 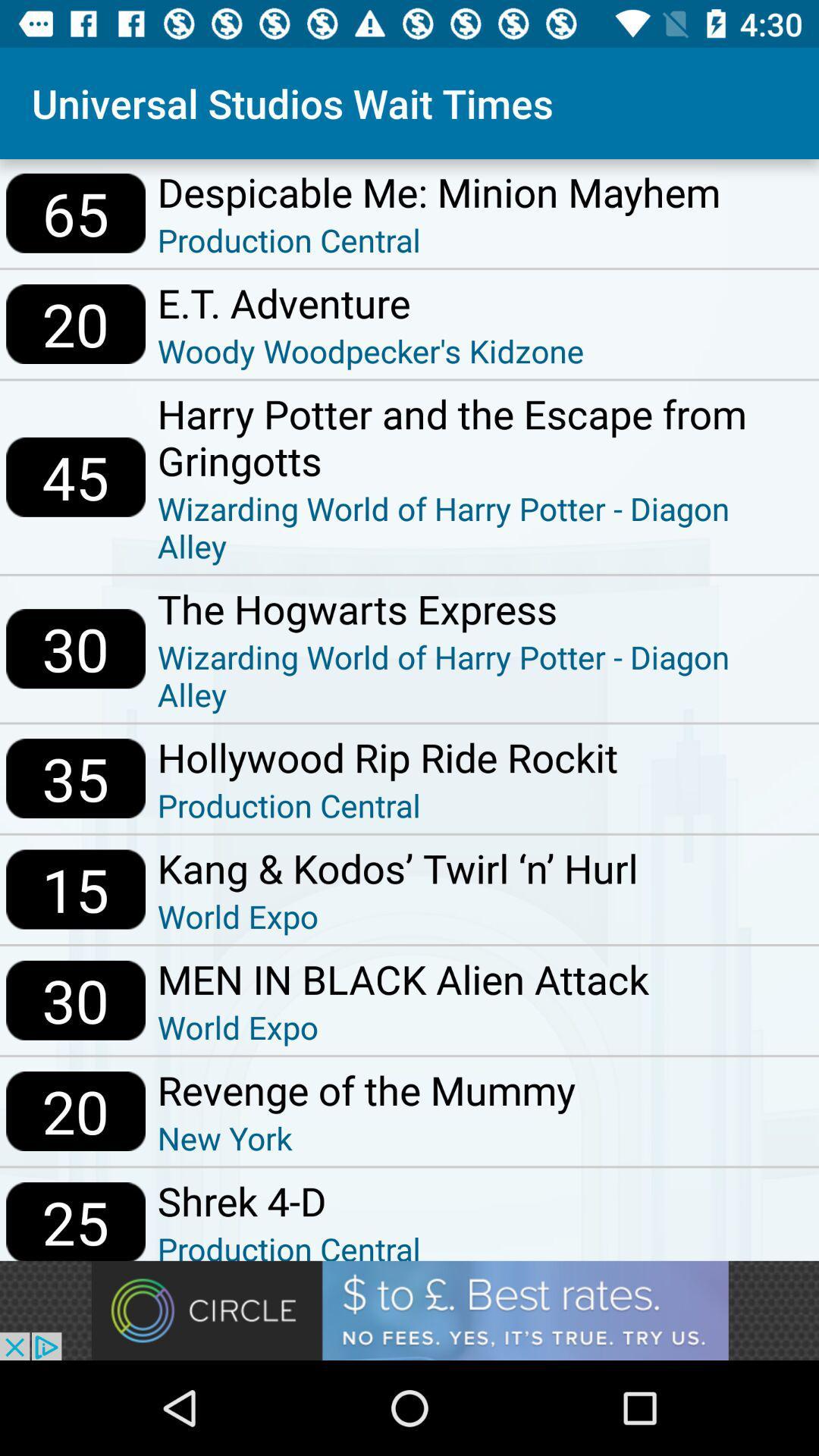 What do you see at coordinates (371, 350) in the screenshot?
I see `woody woodpecker s` at bounding box center [371, 350].